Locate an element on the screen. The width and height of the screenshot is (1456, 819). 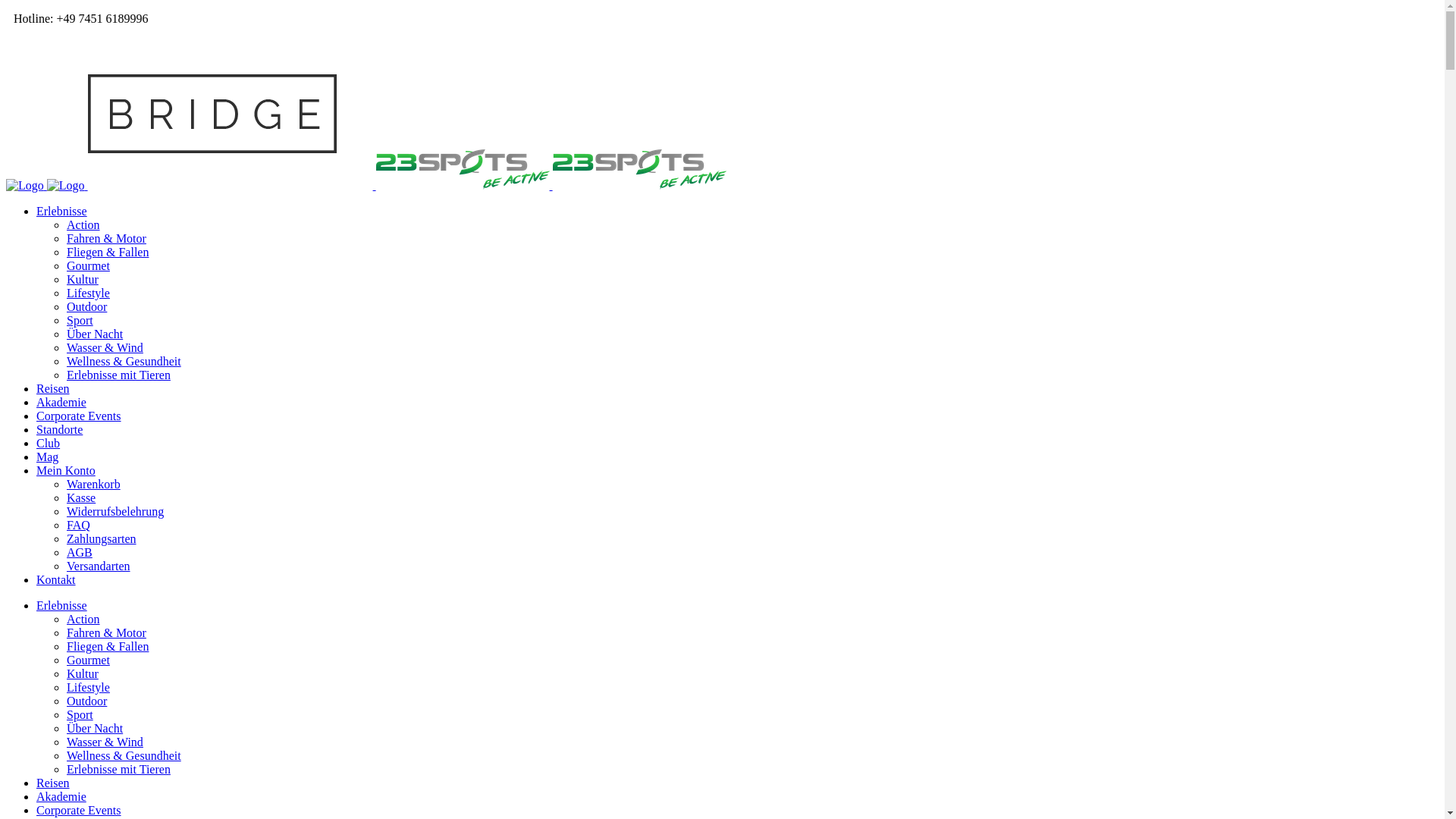
'Mag' is located at coordinates (47, 456).